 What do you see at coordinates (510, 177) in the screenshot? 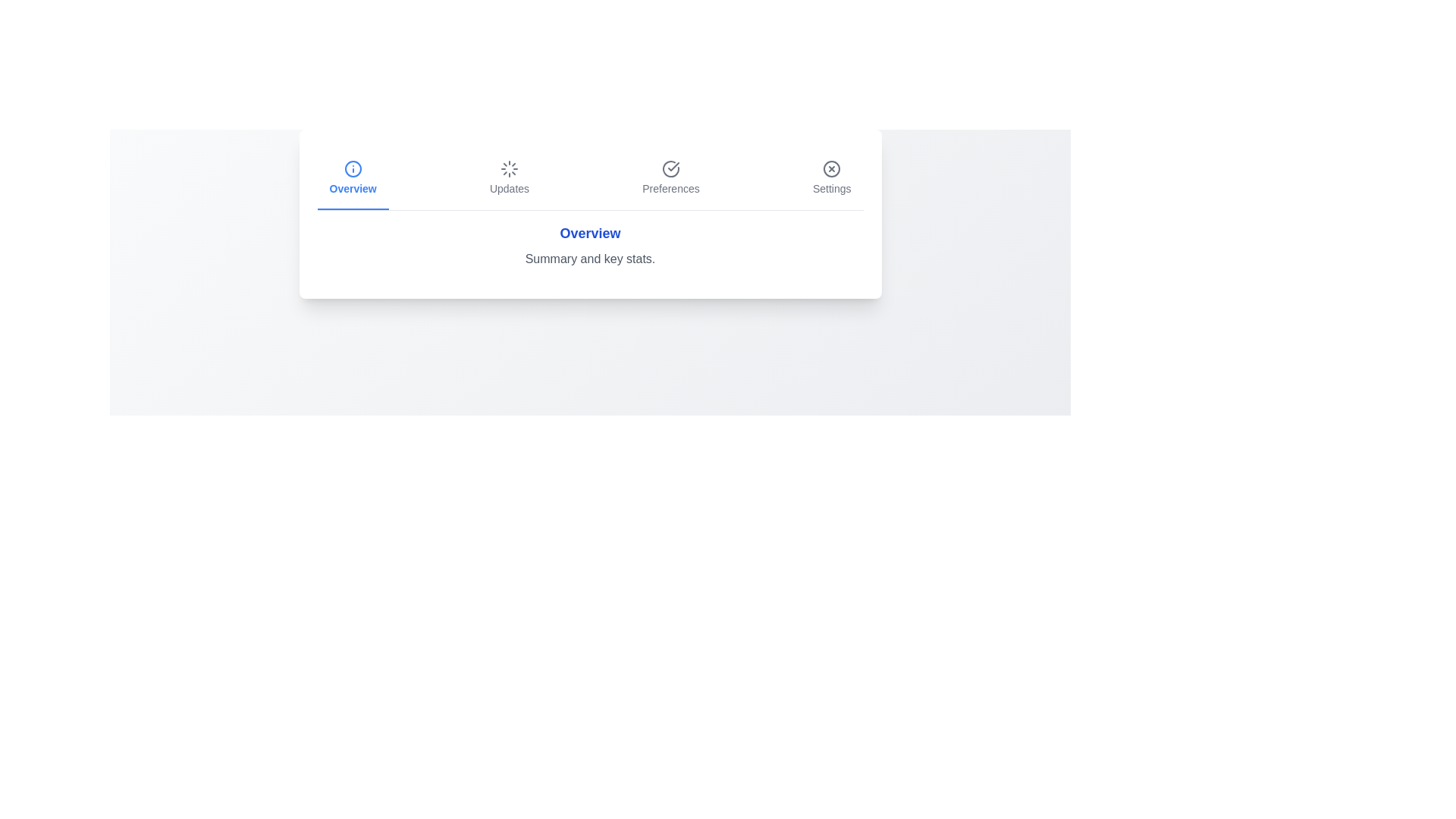
I see `the tab labeled Updates` at bounding box center [510, 177].